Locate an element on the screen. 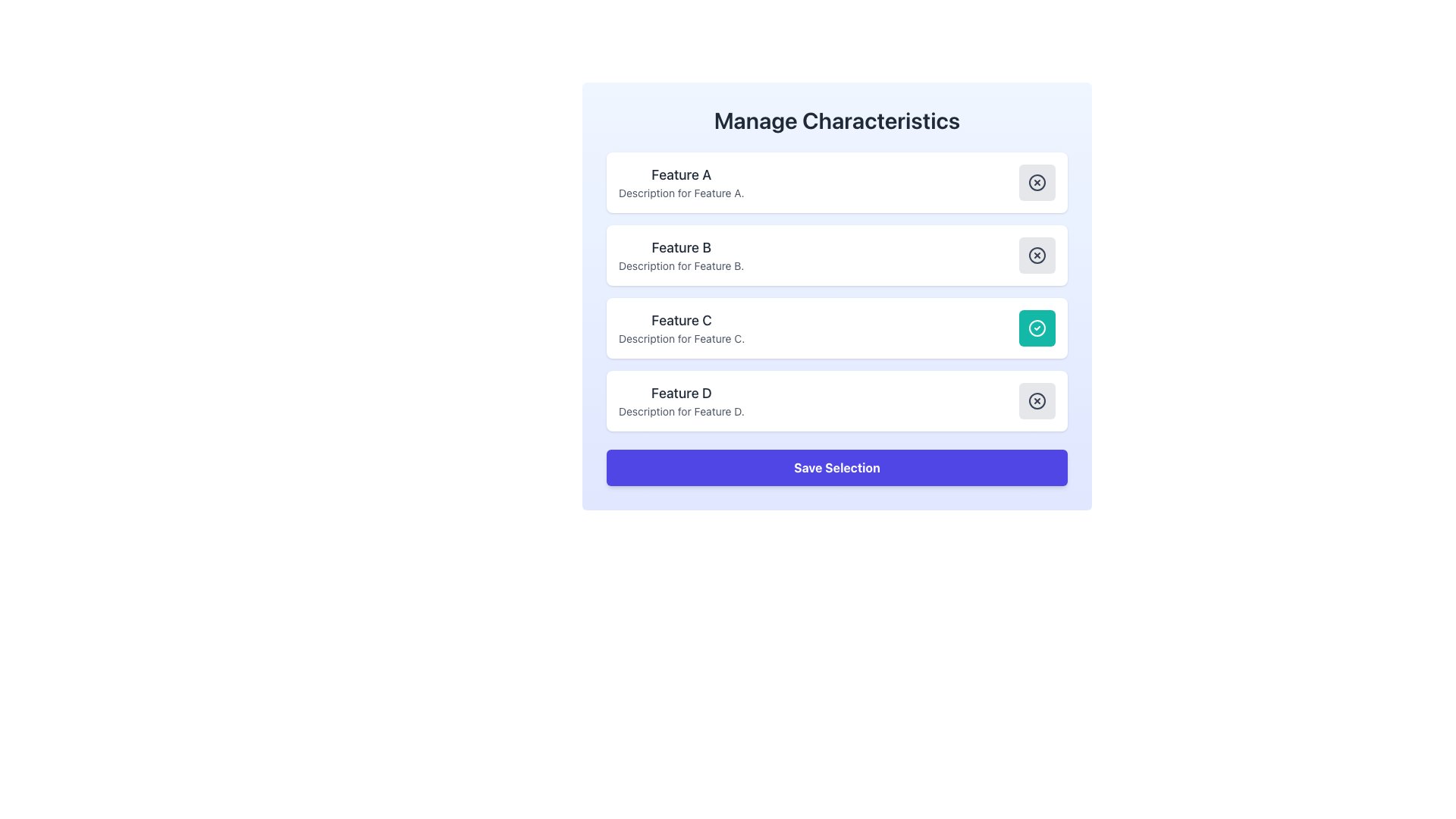  the selectable row labeled 'Feature B' is located at coordinates (836, 254).